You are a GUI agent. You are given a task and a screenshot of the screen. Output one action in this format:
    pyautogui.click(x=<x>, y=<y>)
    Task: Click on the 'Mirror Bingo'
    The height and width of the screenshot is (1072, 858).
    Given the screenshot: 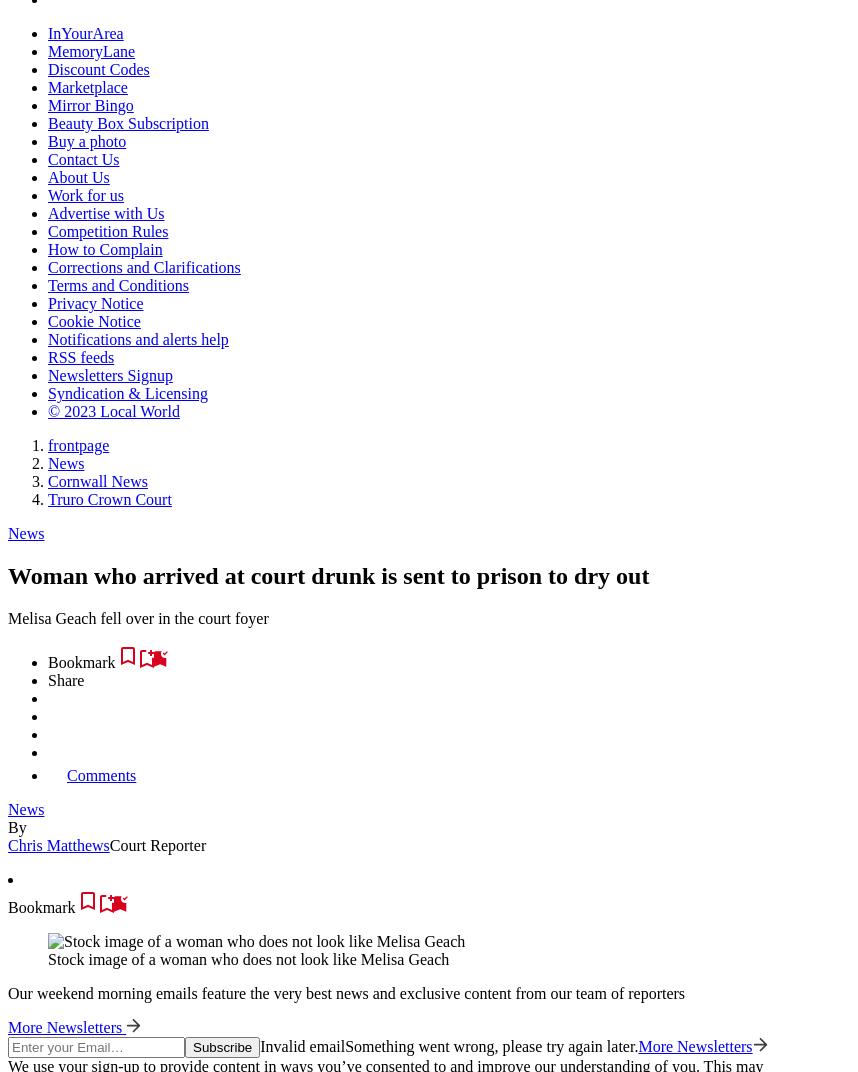 What is the action you would take?
    pyautogui.click(x=46, y=105)
    